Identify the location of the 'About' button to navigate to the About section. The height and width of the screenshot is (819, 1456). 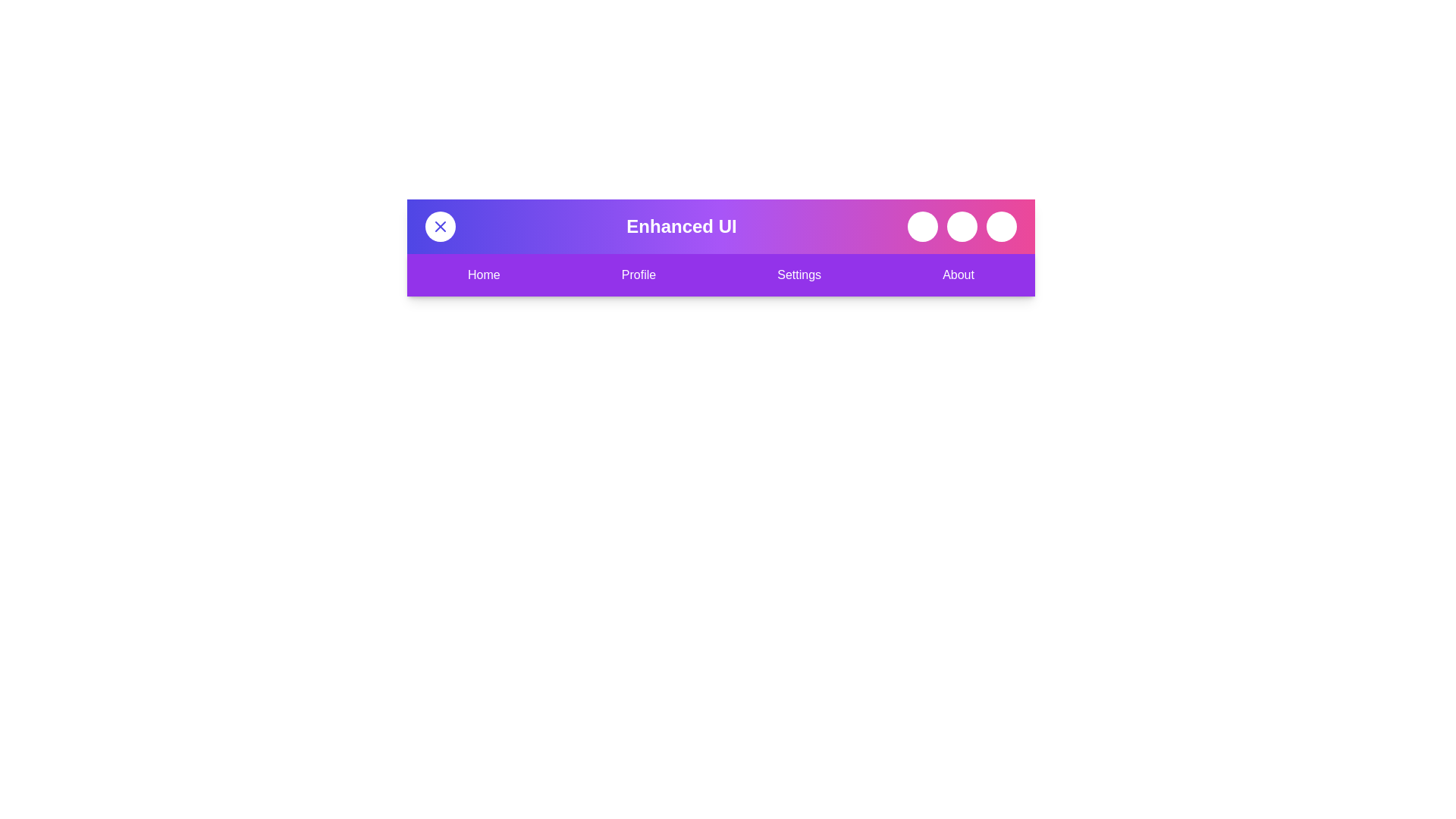
(957, 275).